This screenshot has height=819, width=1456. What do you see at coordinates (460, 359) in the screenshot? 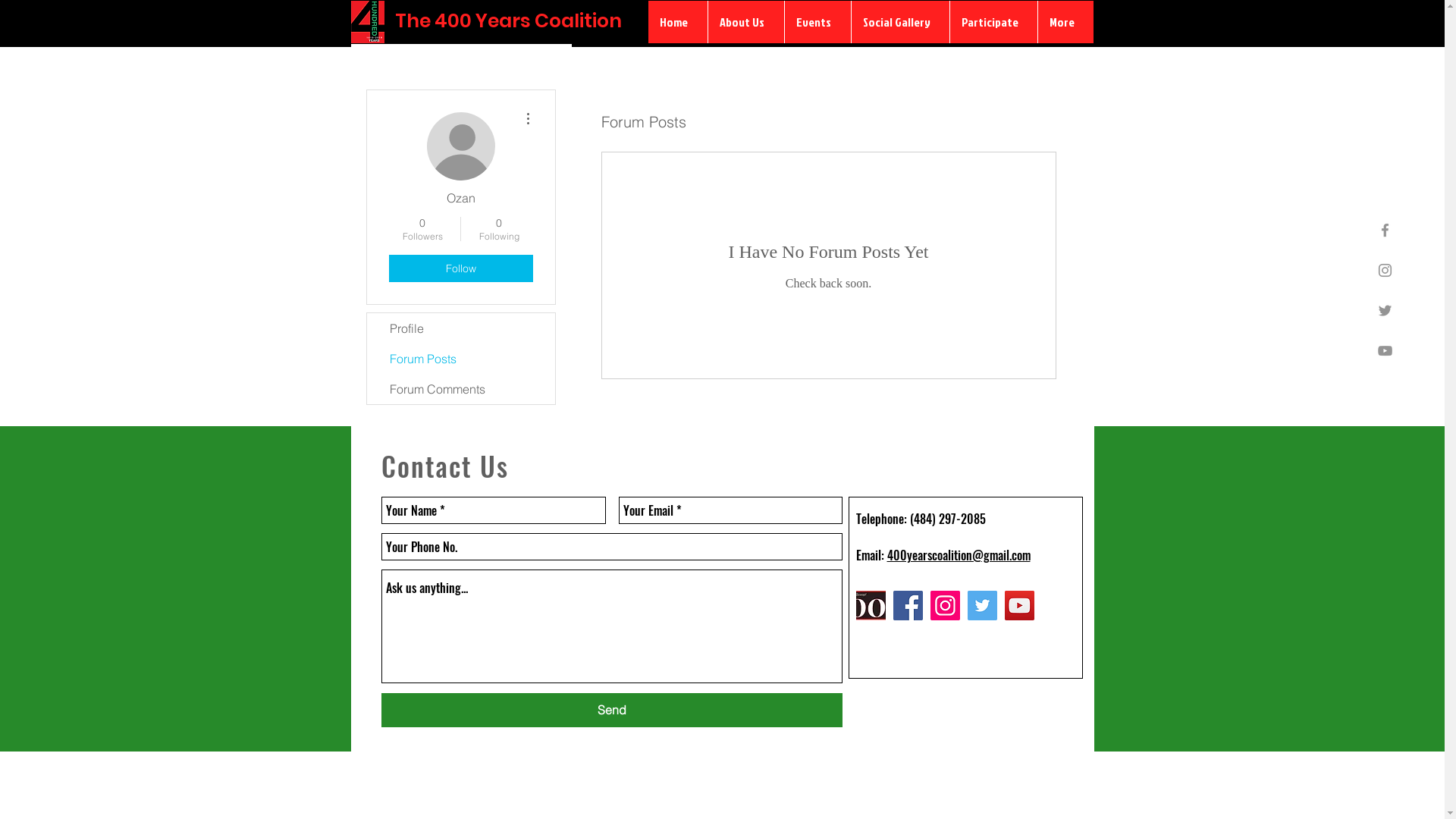
I see `'Forum Posts'` at bounding box center [460, 359].